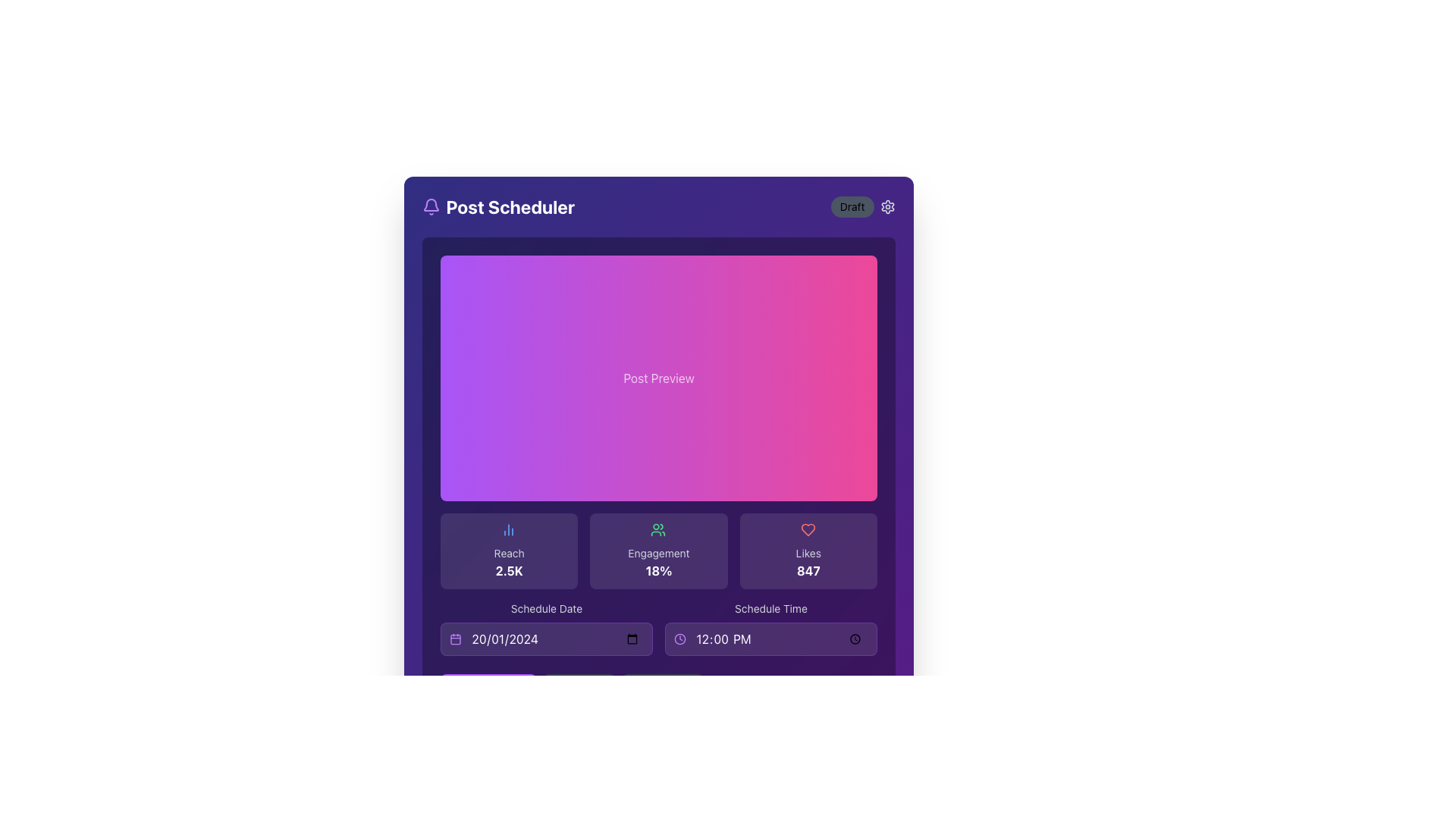 This screenshot has width=1456, height=819. What do you see at coordinates (807, 529) in the screenshot?
I see `the heart-shaped icon styled in red, which is located above the text 'Likes' and the number '847'` at bounding box center [807, 529].